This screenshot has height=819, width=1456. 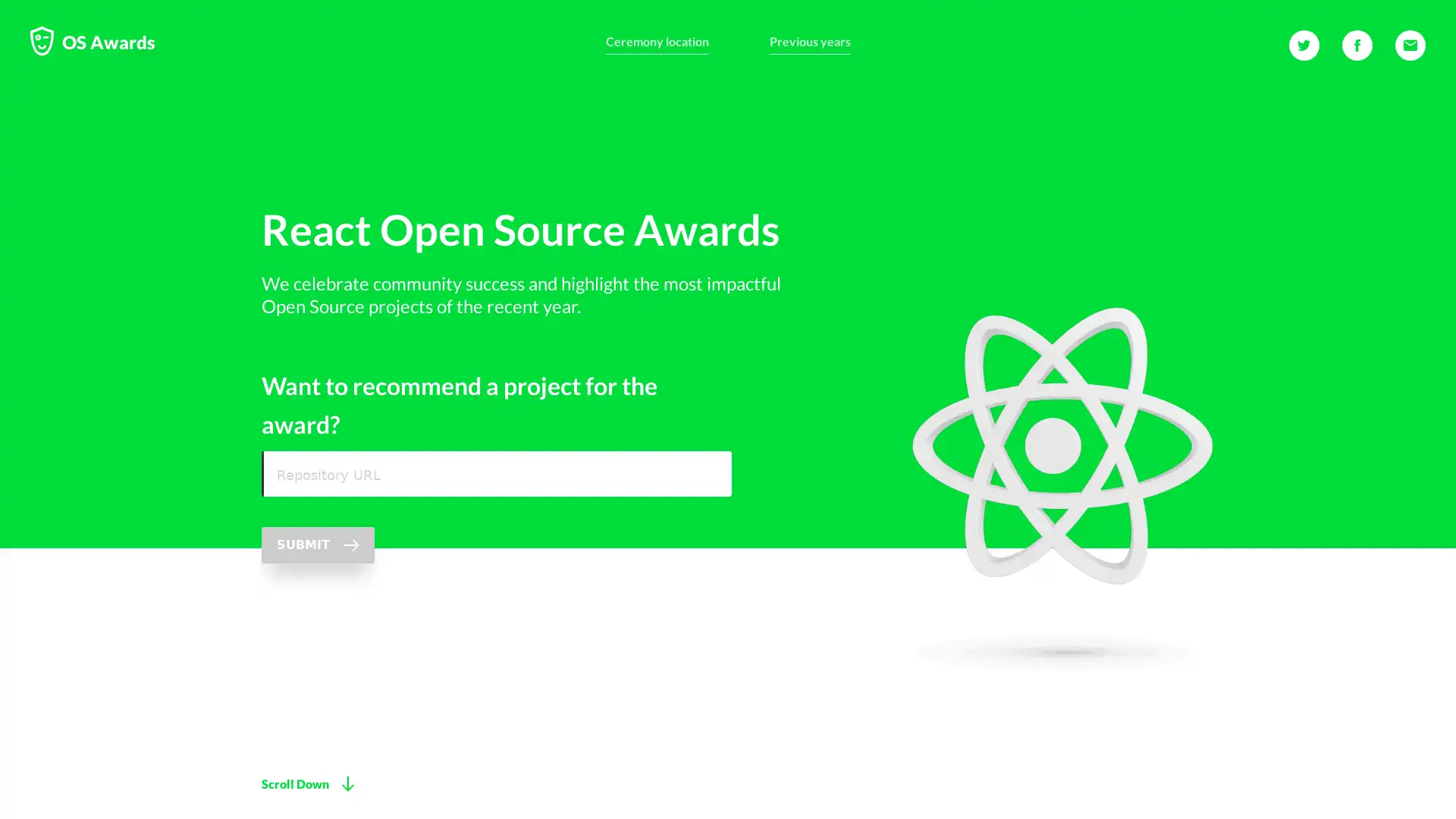 I want to click on SUBMIT, so click(x=317, y=544).